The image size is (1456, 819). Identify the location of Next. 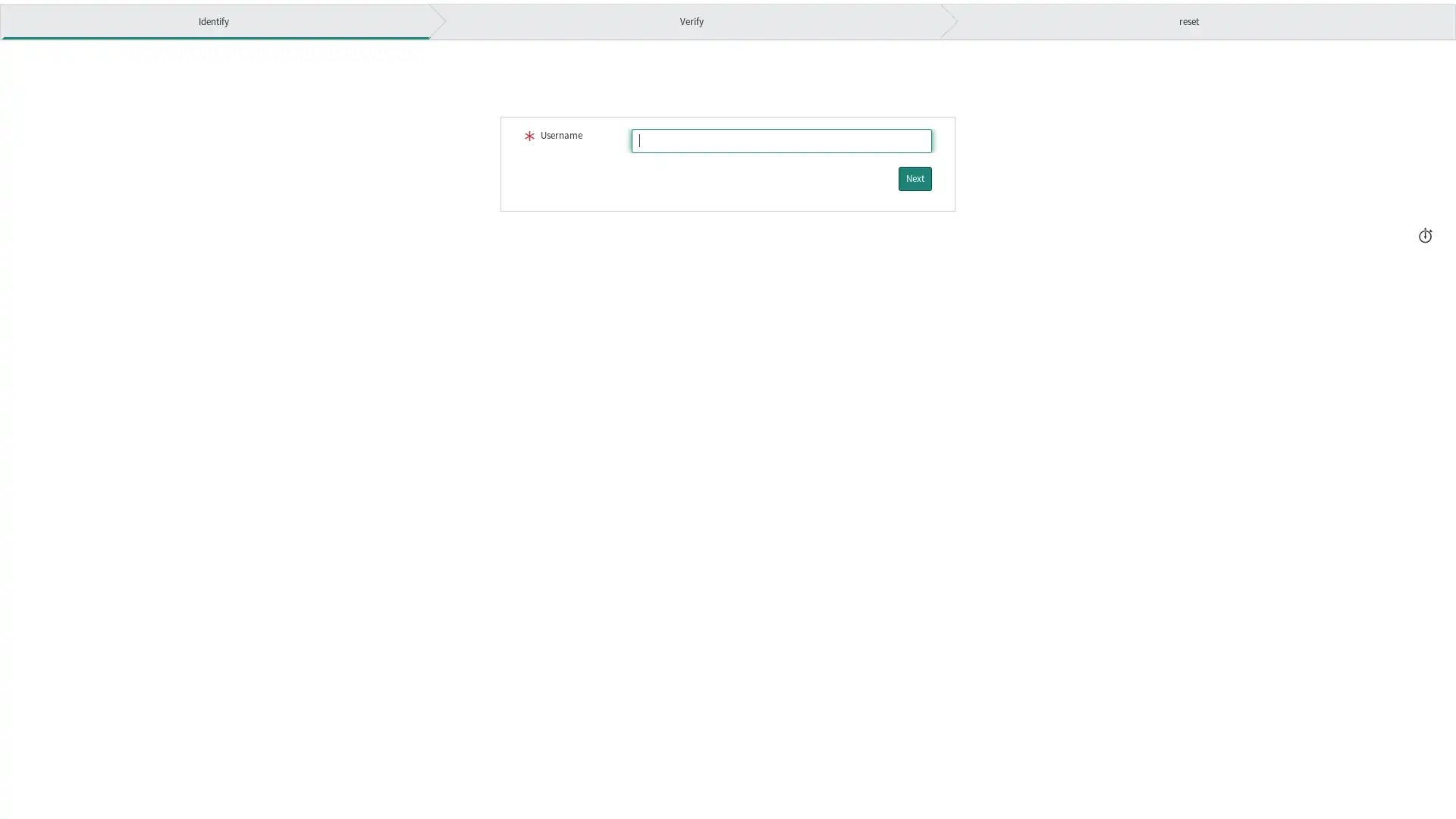
(914, 177).